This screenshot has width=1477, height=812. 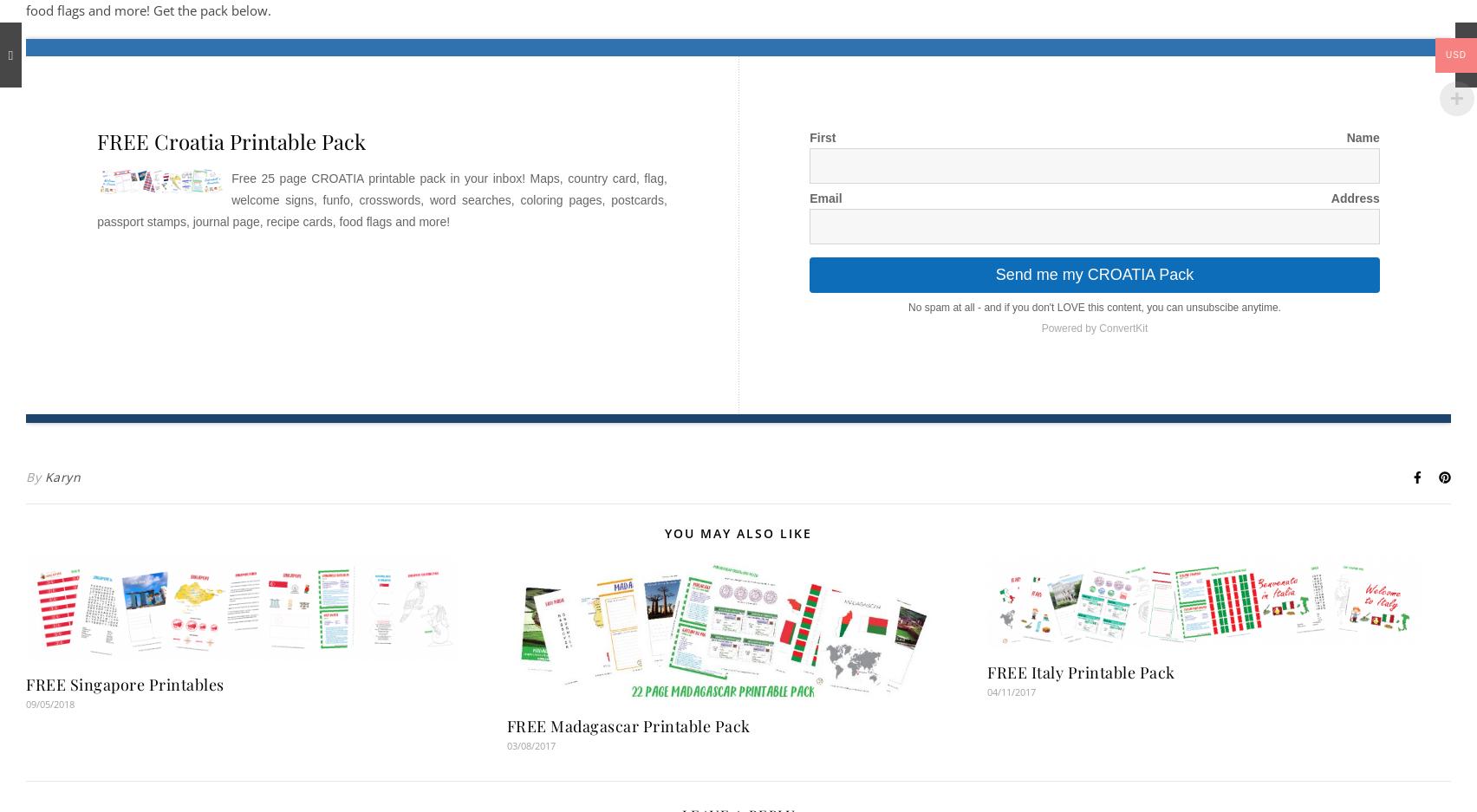 What do you see at coordinates (1079, 672) in the screenshot?
I see `'FREE Italy Printable Pack'` at bounding box center [1079, 672].